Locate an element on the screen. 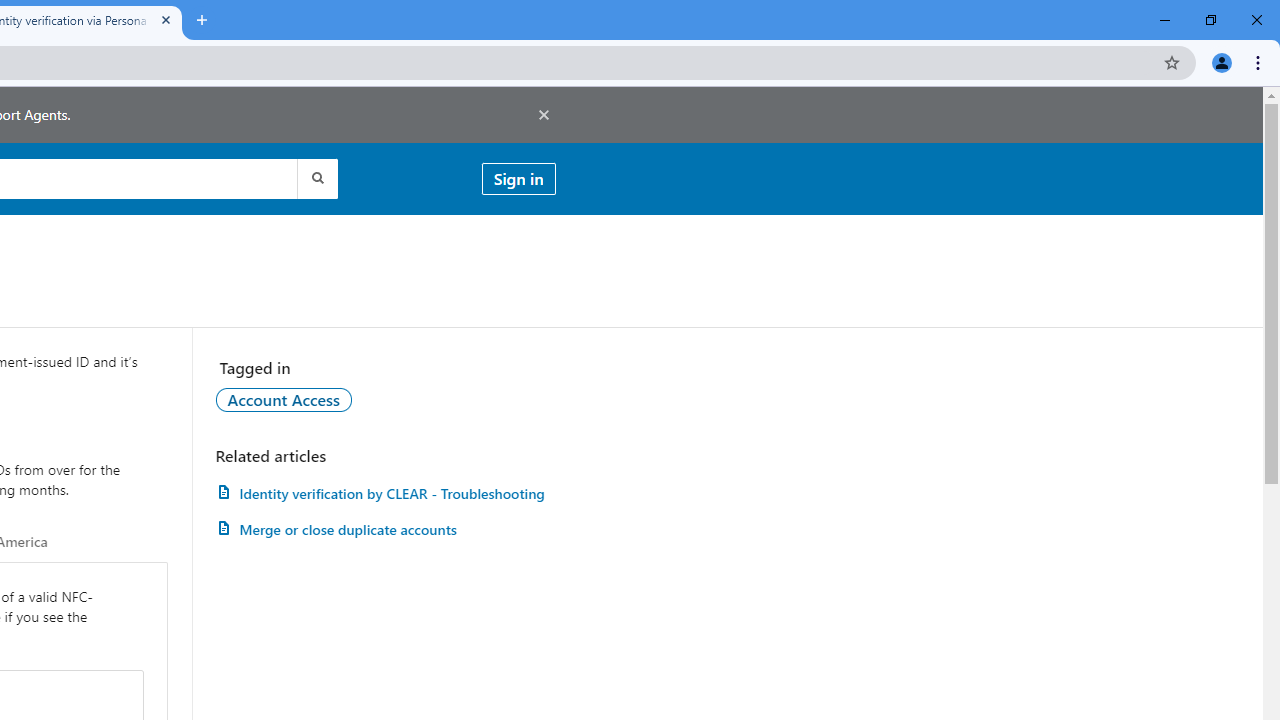 This screenshot has width=1280, height=720. 'AutomationID: topic-link-a151002' is located at coordinates (282, 399).